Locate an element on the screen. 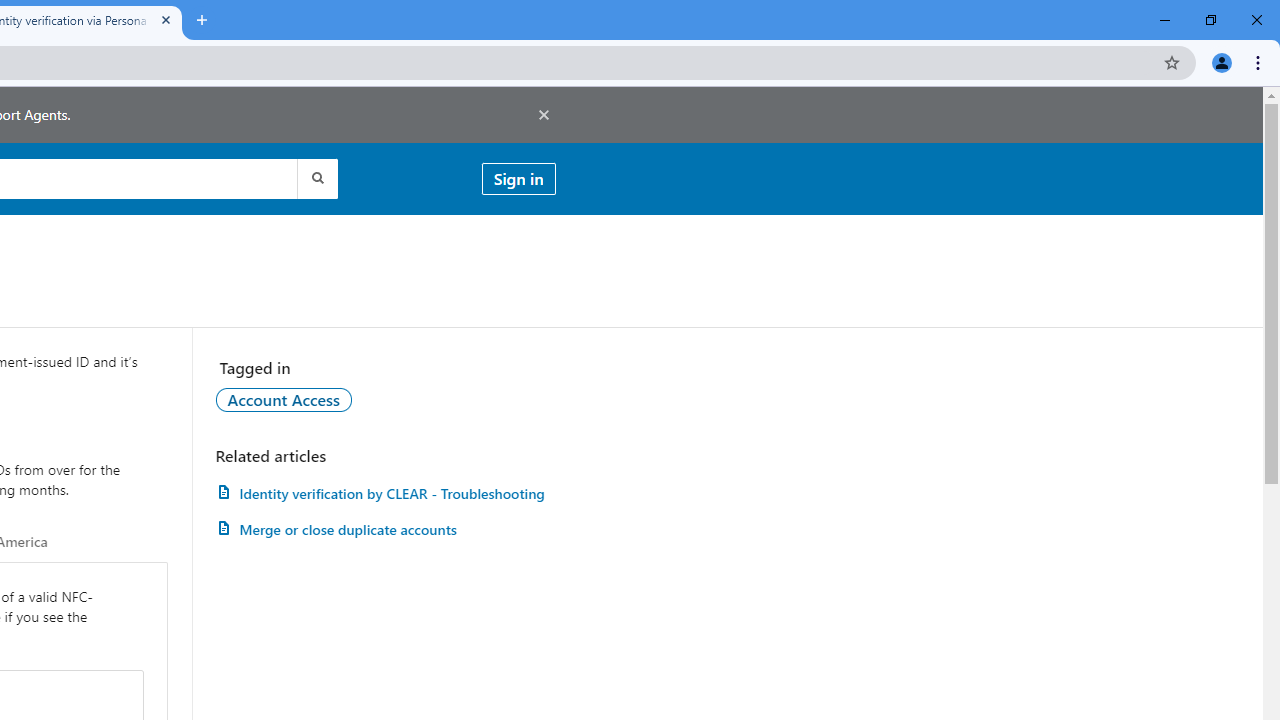 This screenshot has width=1280, height=720. 'AutomationID: topic-link-a151002' is located at coordinates (282, 399).